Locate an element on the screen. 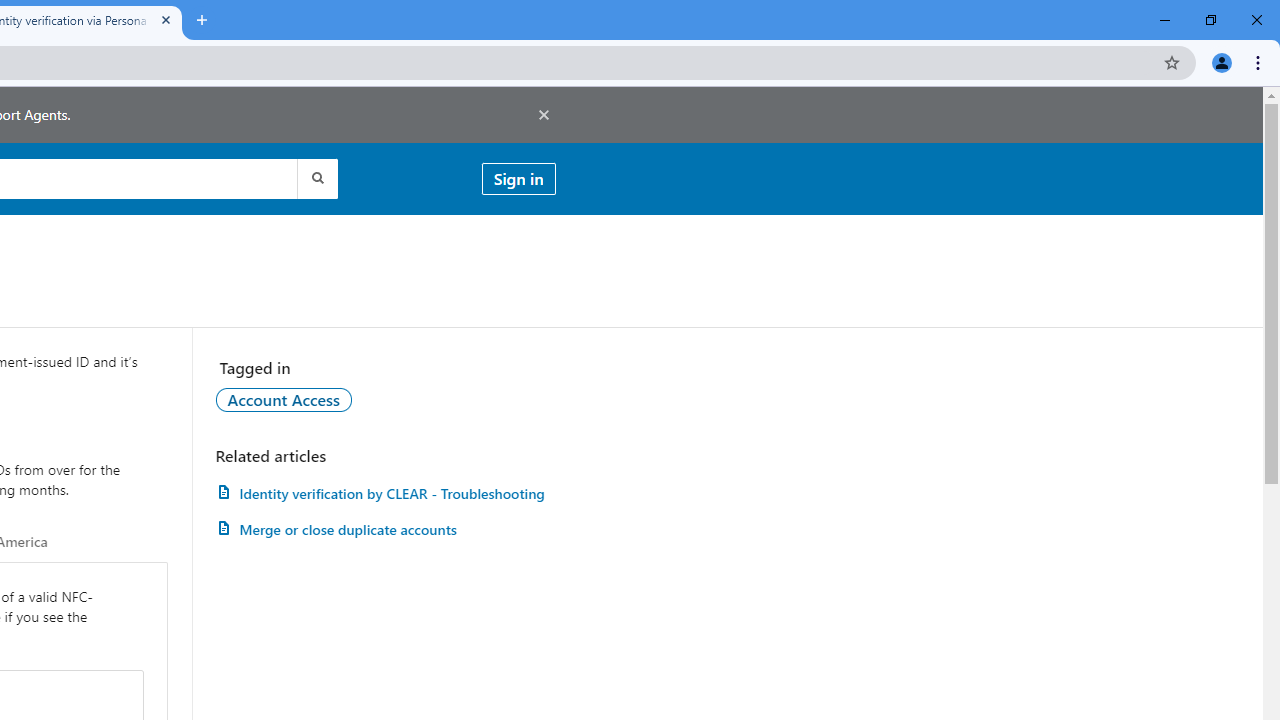 This screenshot has width=1280, height=720. 'AutomationID: topic-link-a151002' is located at coordinates (282, 399).